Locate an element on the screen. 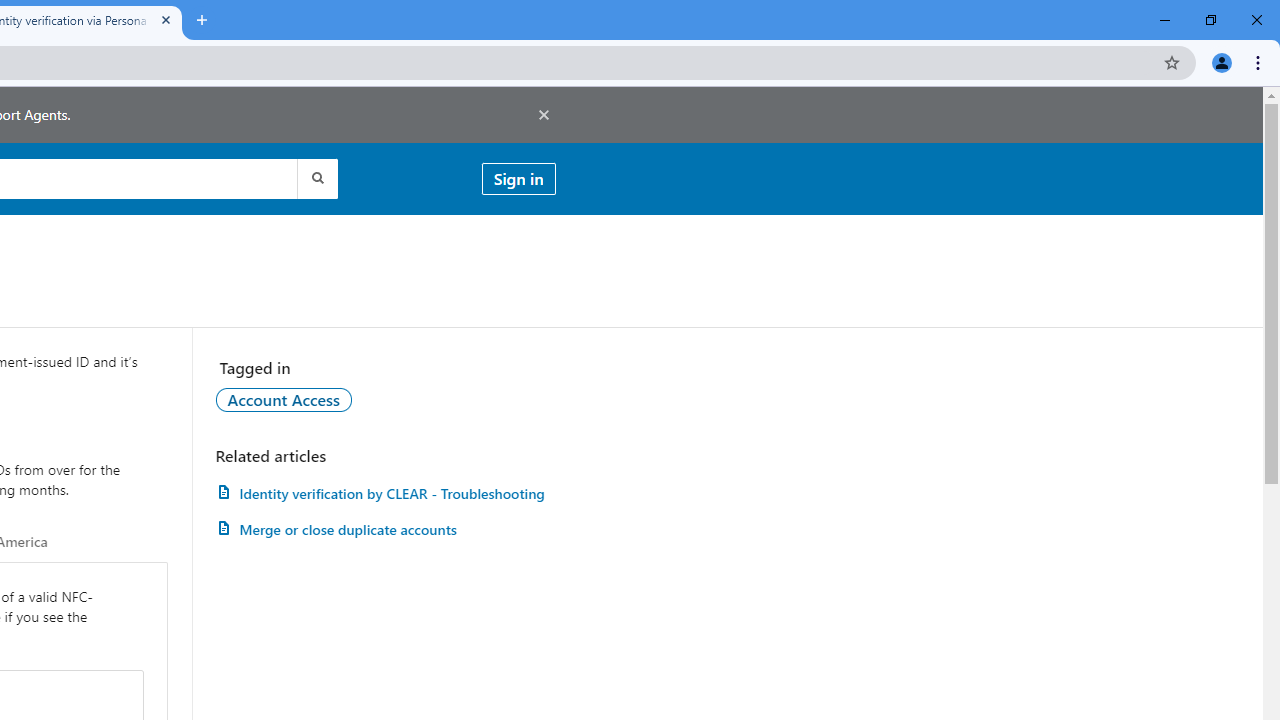 This screenshot has width=1280, height=720. 'AutomationID: topic-link-a151002' is located at coordinates (282, 399).